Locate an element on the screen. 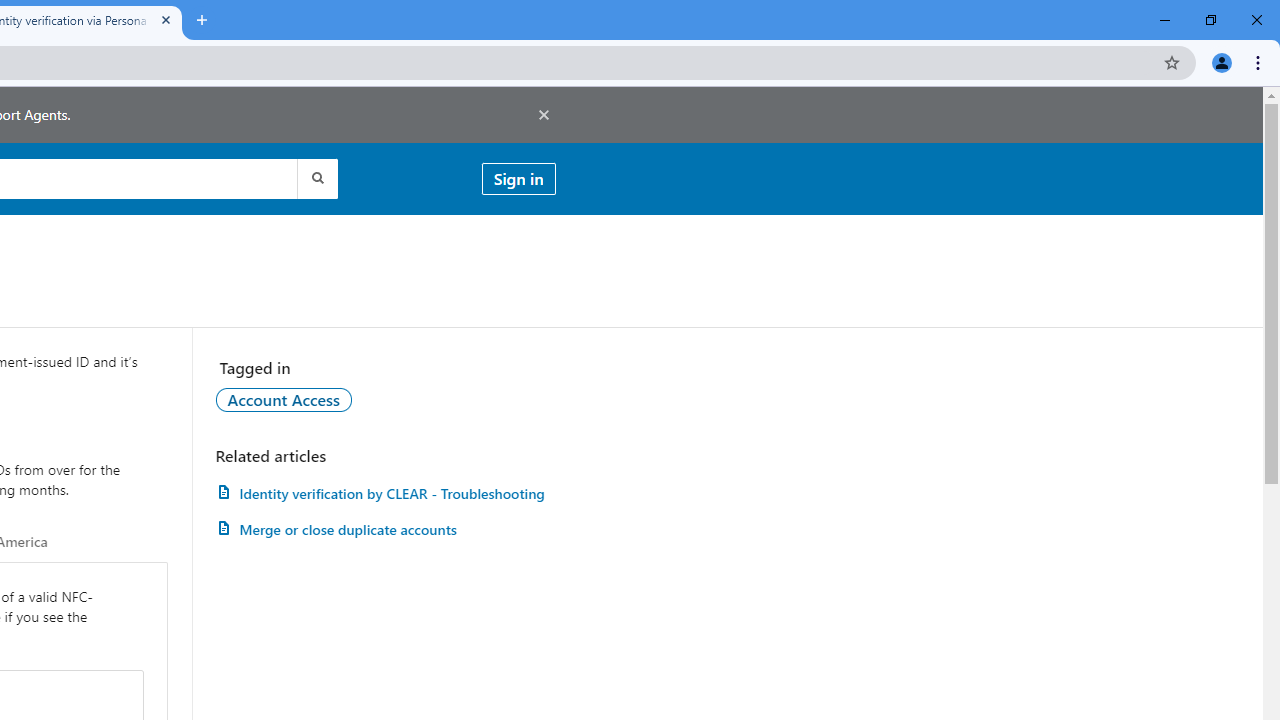 This screenshot has width=1280, height=720. 'AutomationID: topic-link-a151002' is located at coordinates (282, 399).